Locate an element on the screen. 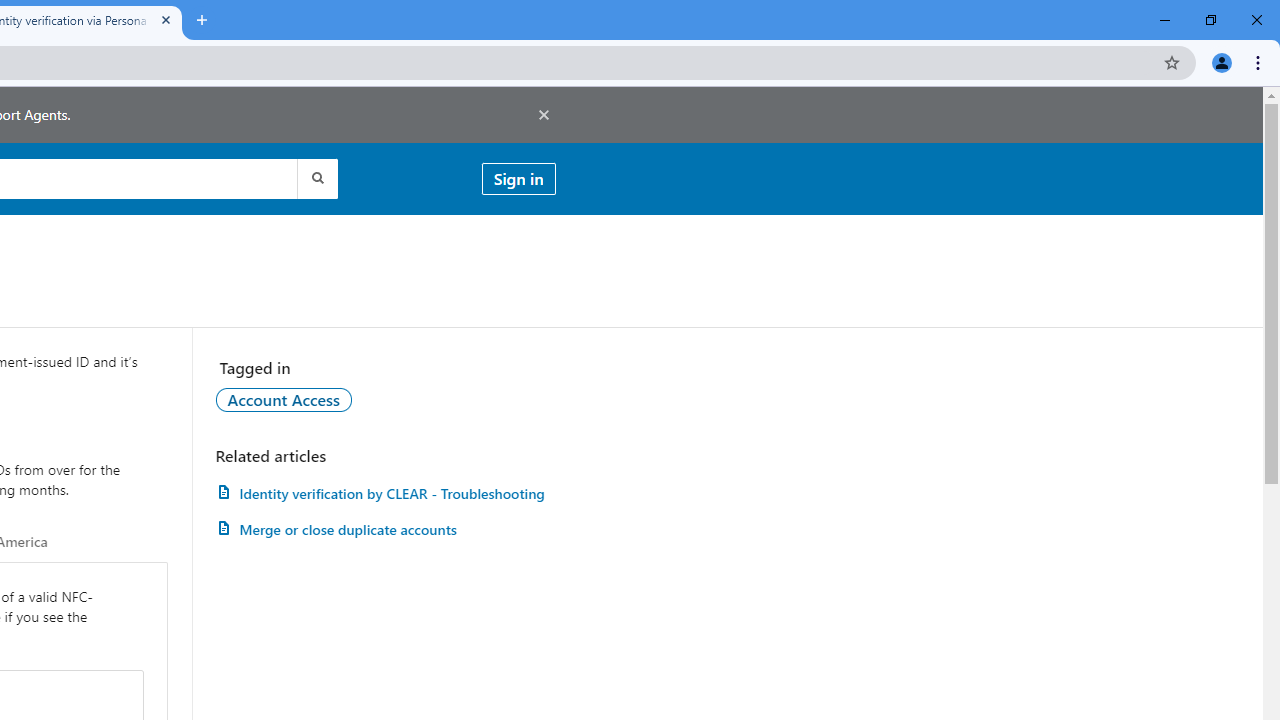 This screenshot has width=1280, height=720. 'AutomationID: topic-link-a151002' is located at coordinates (282, 399).